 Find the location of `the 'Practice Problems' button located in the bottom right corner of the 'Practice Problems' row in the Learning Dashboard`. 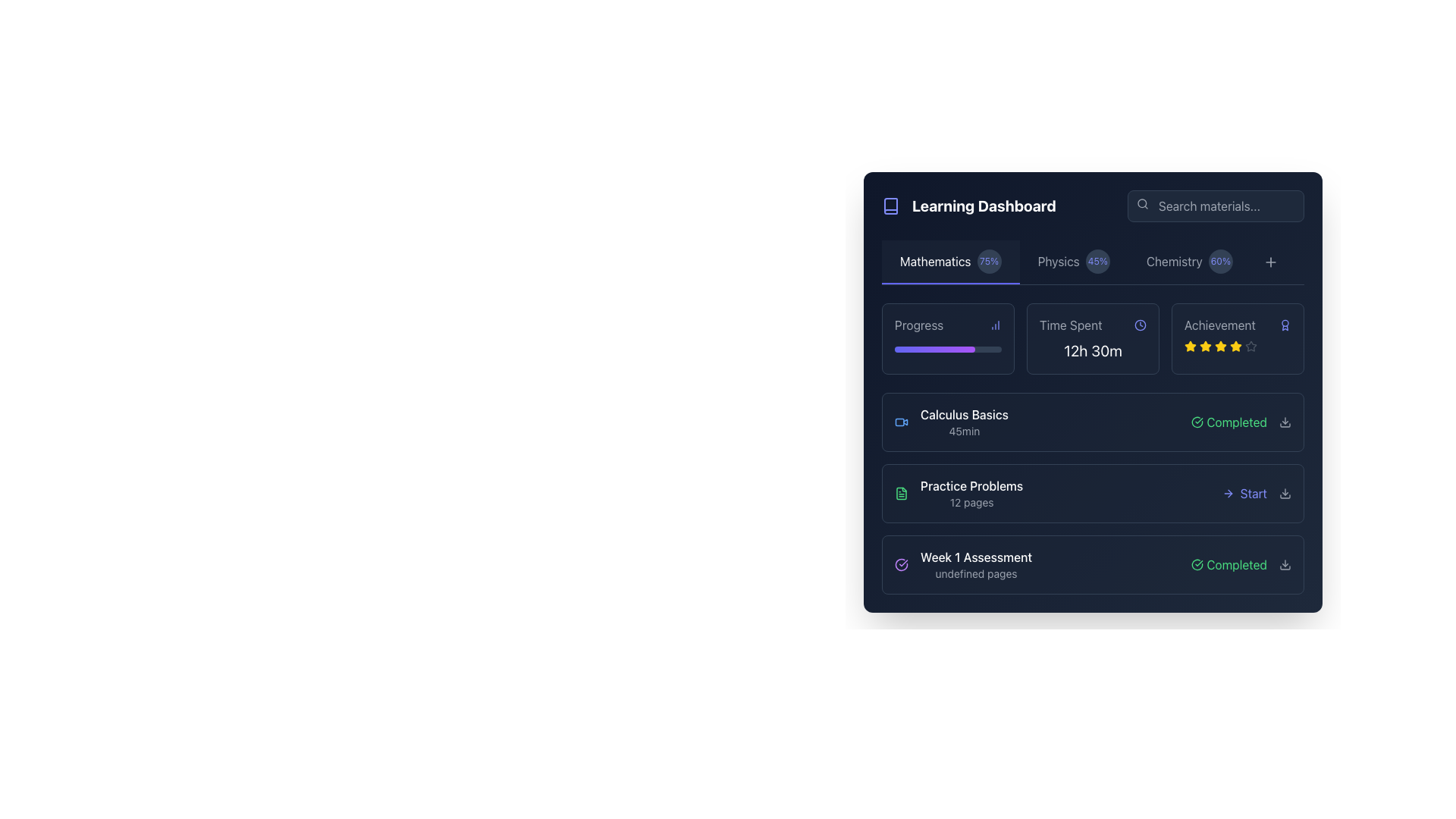

the 'Practice Problems' button located in the bottom right corner of the 'Practice Problems' row in the Learning Dashboard is located at coordinates (1244, 494).